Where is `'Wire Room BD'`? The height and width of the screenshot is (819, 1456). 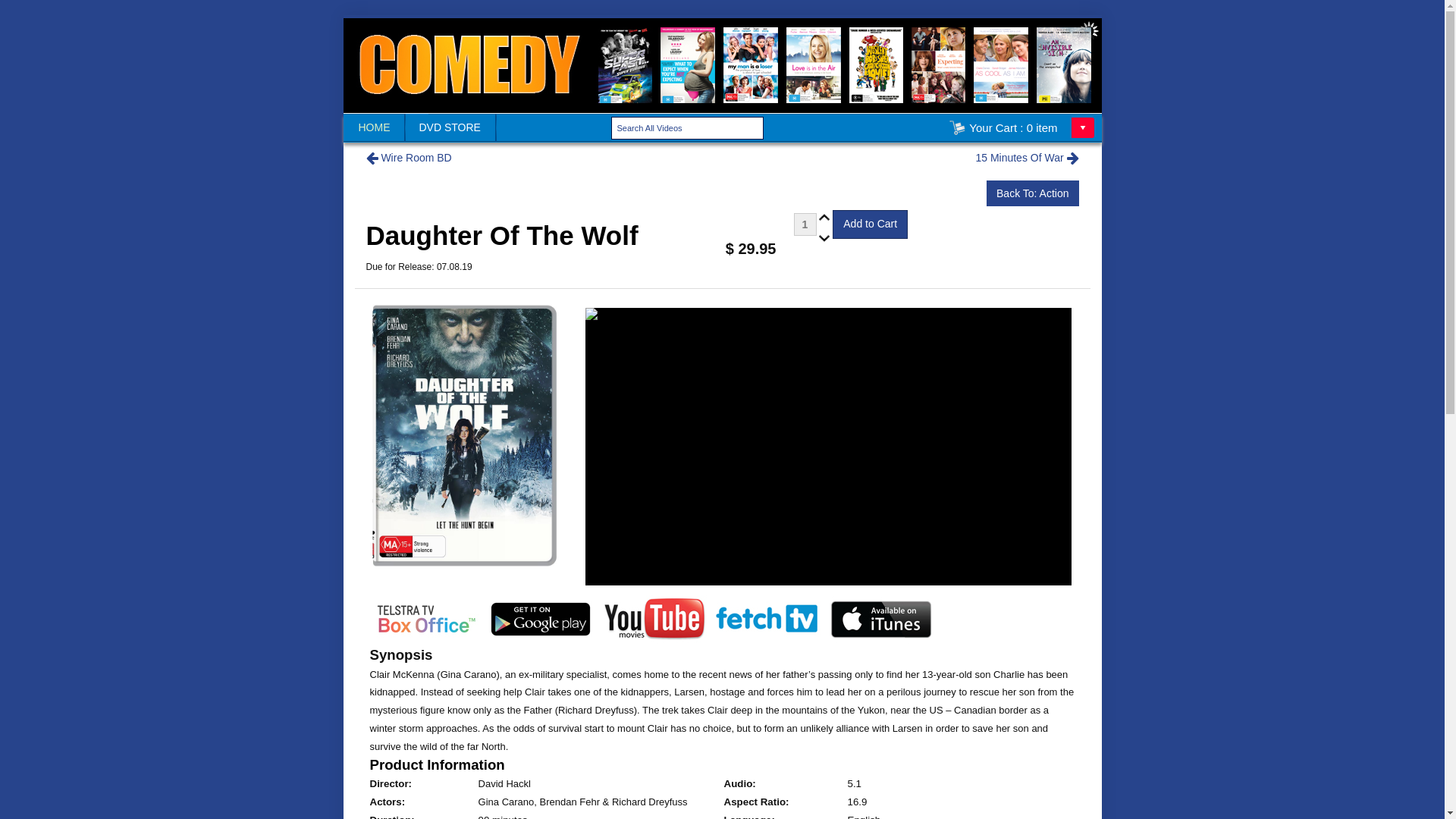 'Wire Room BD' is located at coordinates (408, 158).